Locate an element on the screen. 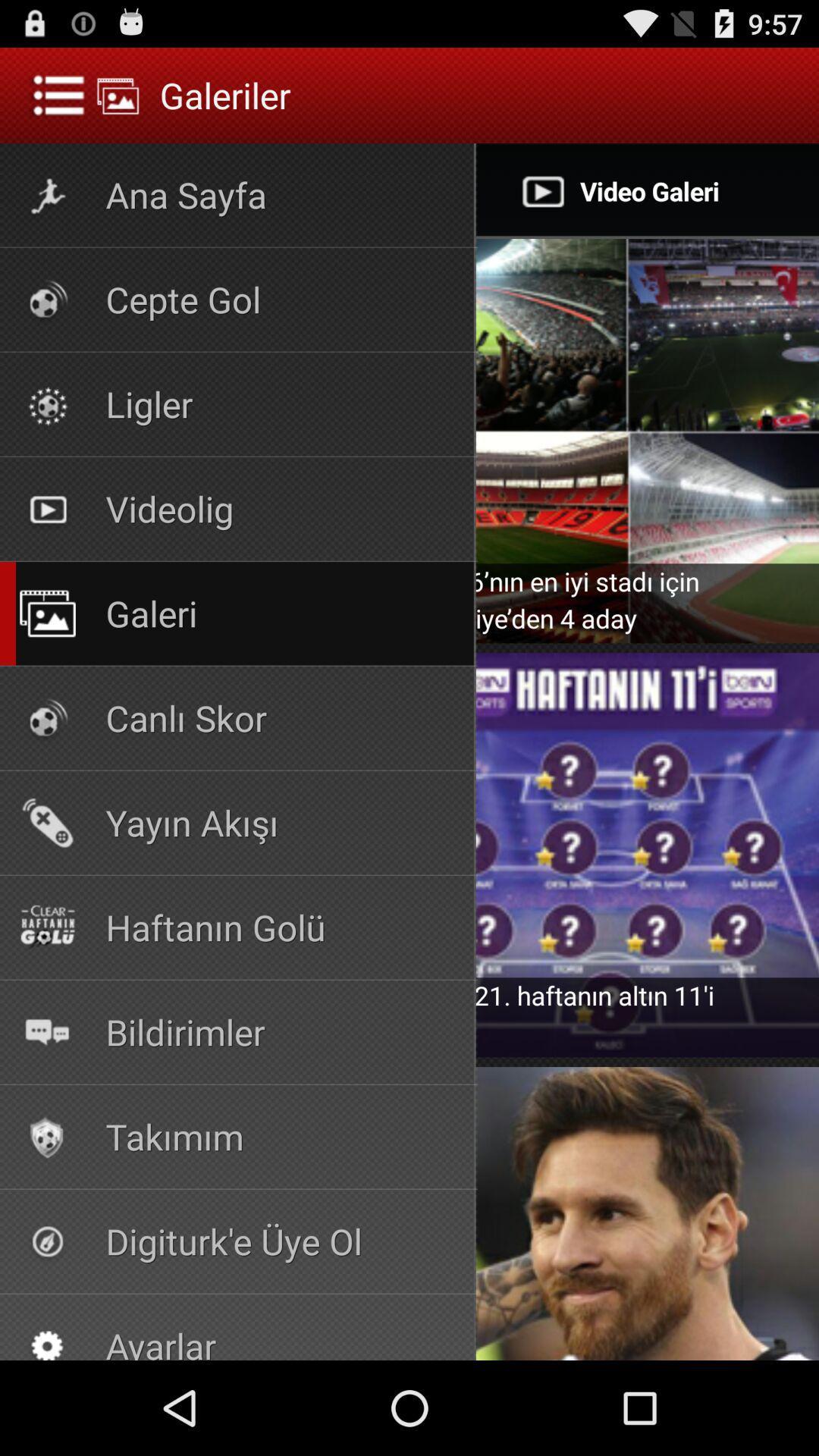 This screenshot has height=1456, width=819. the icon left of ligler is located at coordinates (46, 404).